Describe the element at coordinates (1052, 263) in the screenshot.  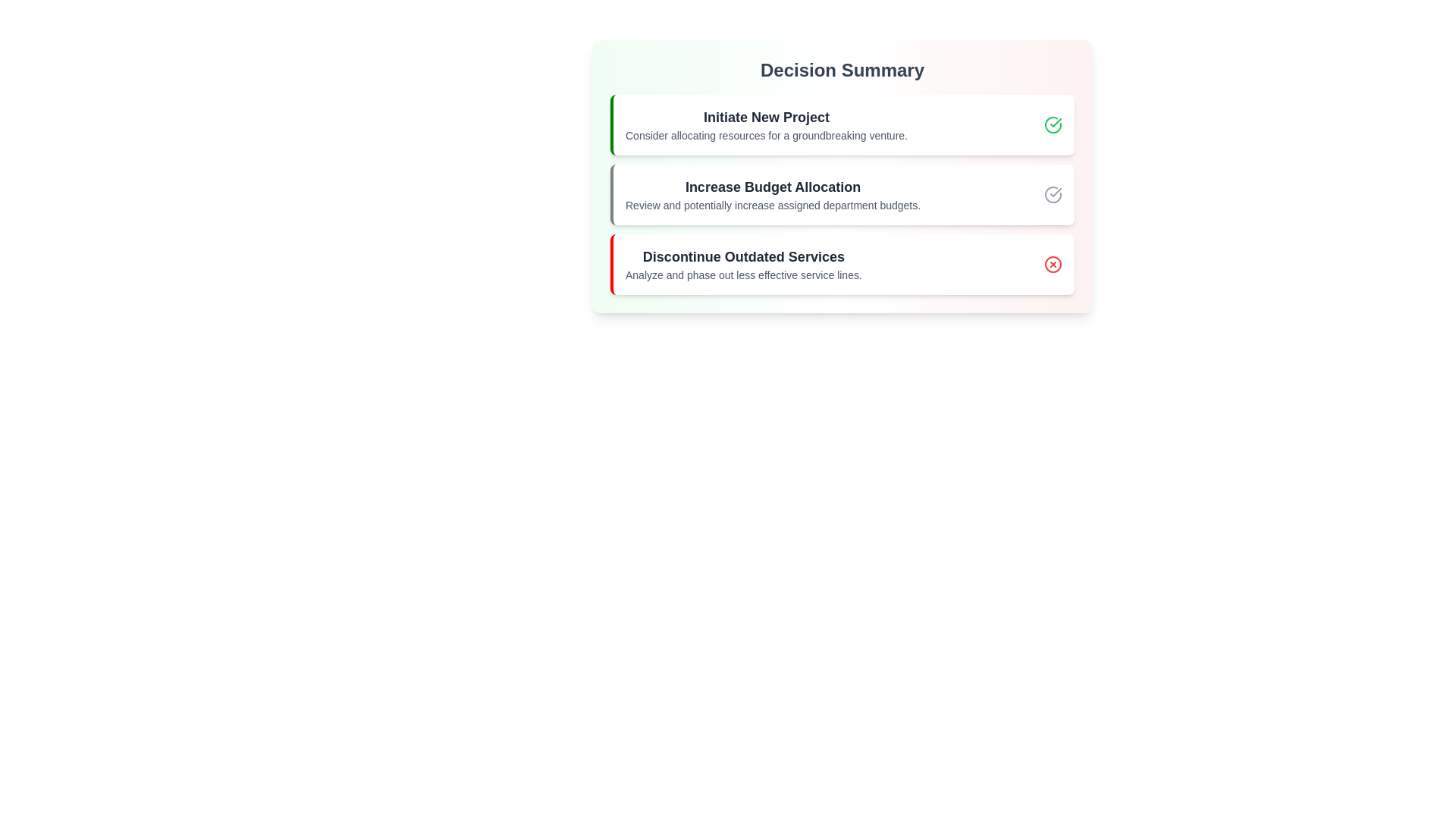
I see `the status indicator for Discontinue Outdated Services` at that location.